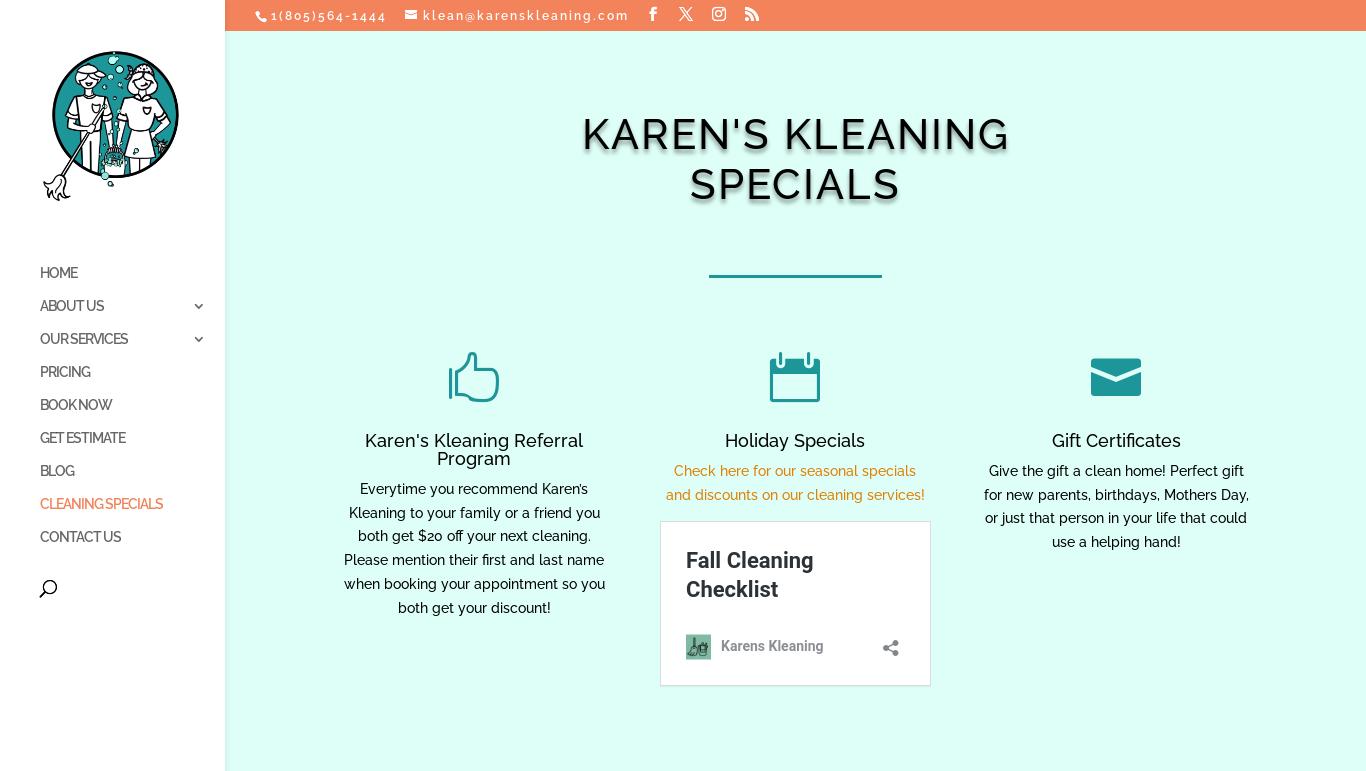 The image size is (1366, 771). Describe the element at coordinates (526, 16) in the screenshot. I see `'klean@karenskleaning.com'` at that location.